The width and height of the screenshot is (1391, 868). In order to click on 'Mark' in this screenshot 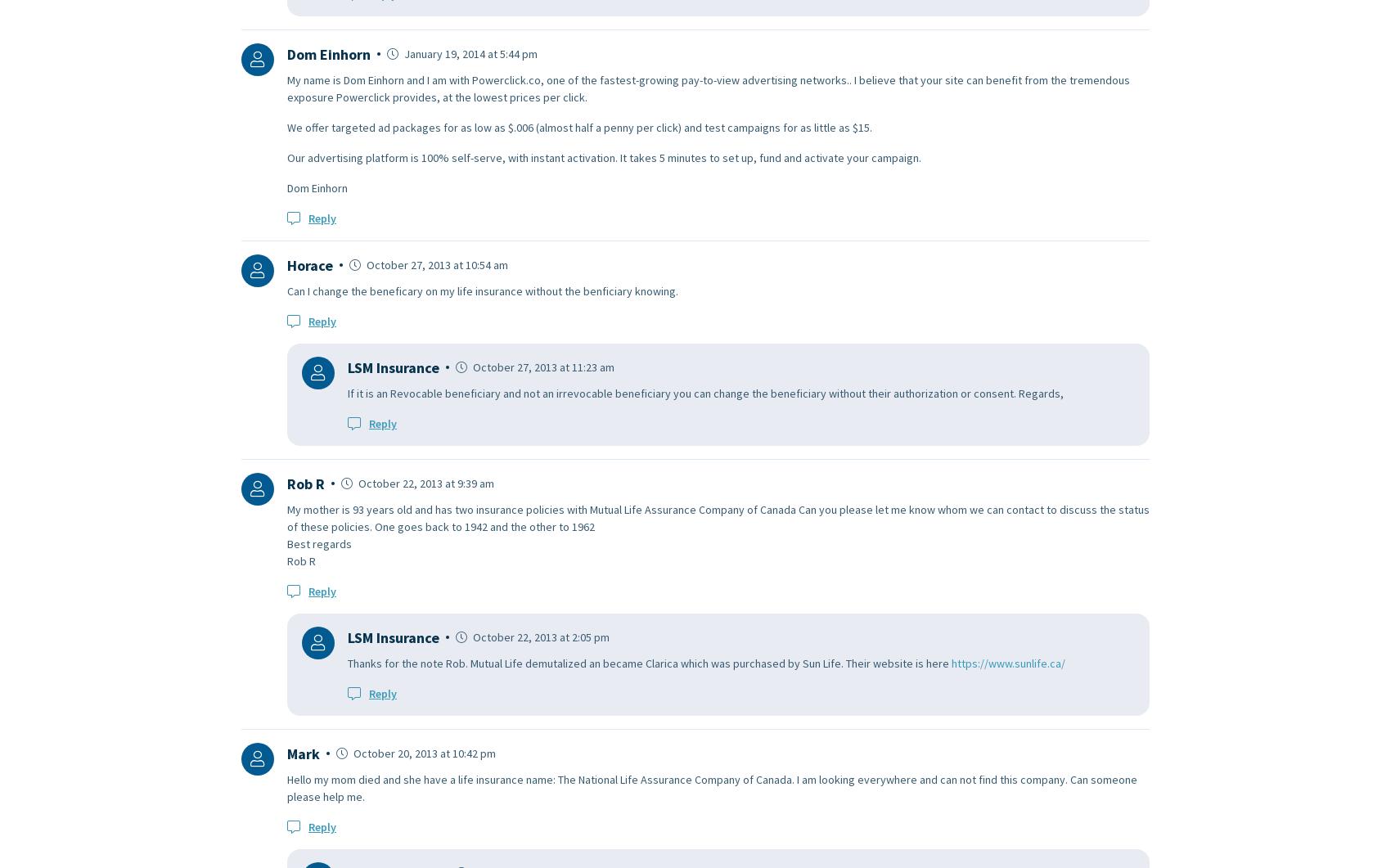, I will do `click(302, 752)`.